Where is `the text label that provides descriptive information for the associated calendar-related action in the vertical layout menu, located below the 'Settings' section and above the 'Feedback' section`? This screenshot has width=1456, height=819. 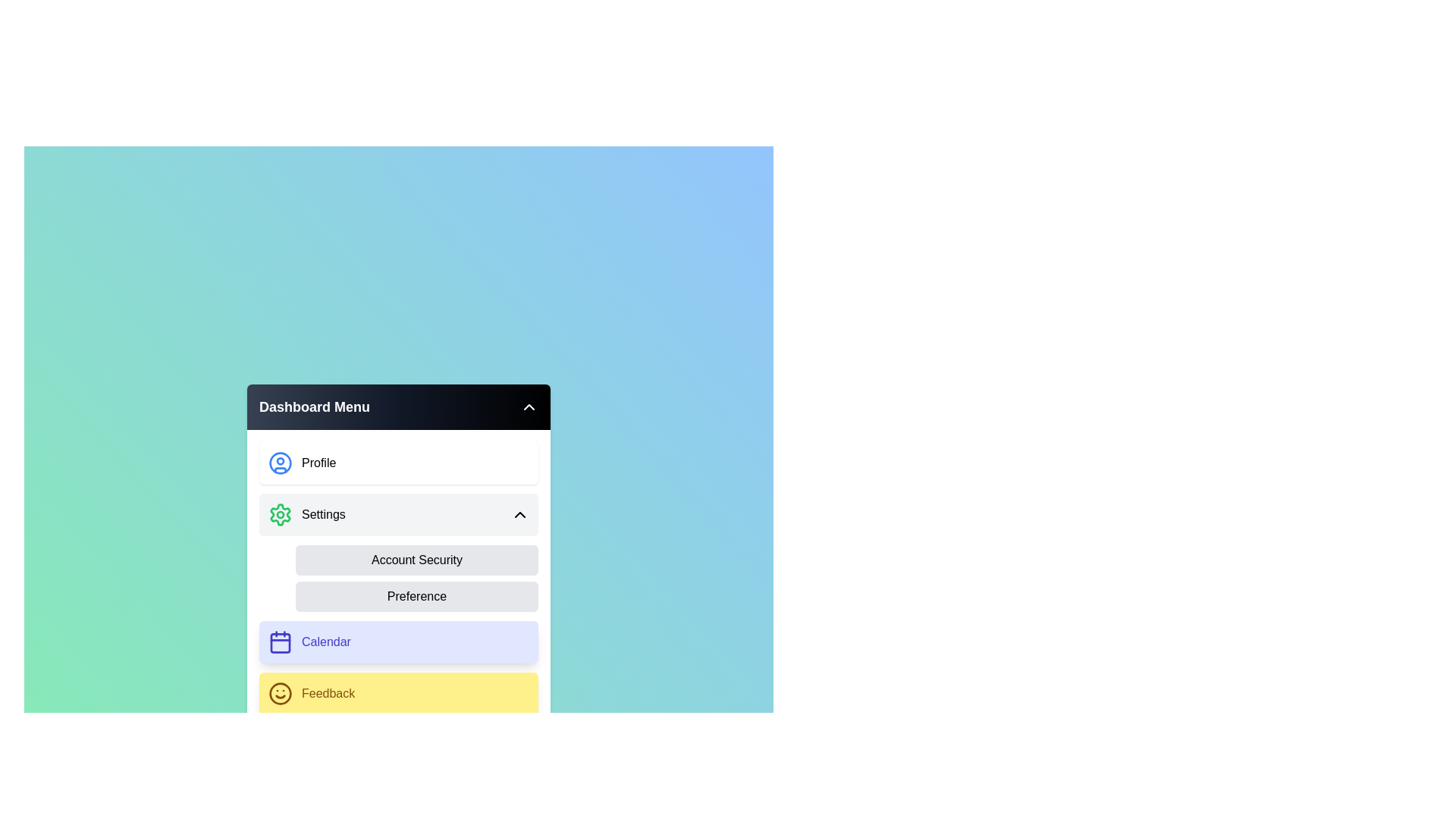 the text label that provides descriptive information for the associated calendar-related action in the vertical layout menu, located below the 'Settings' section and above the 'Feedback' section is located at coordinates (325, 642).